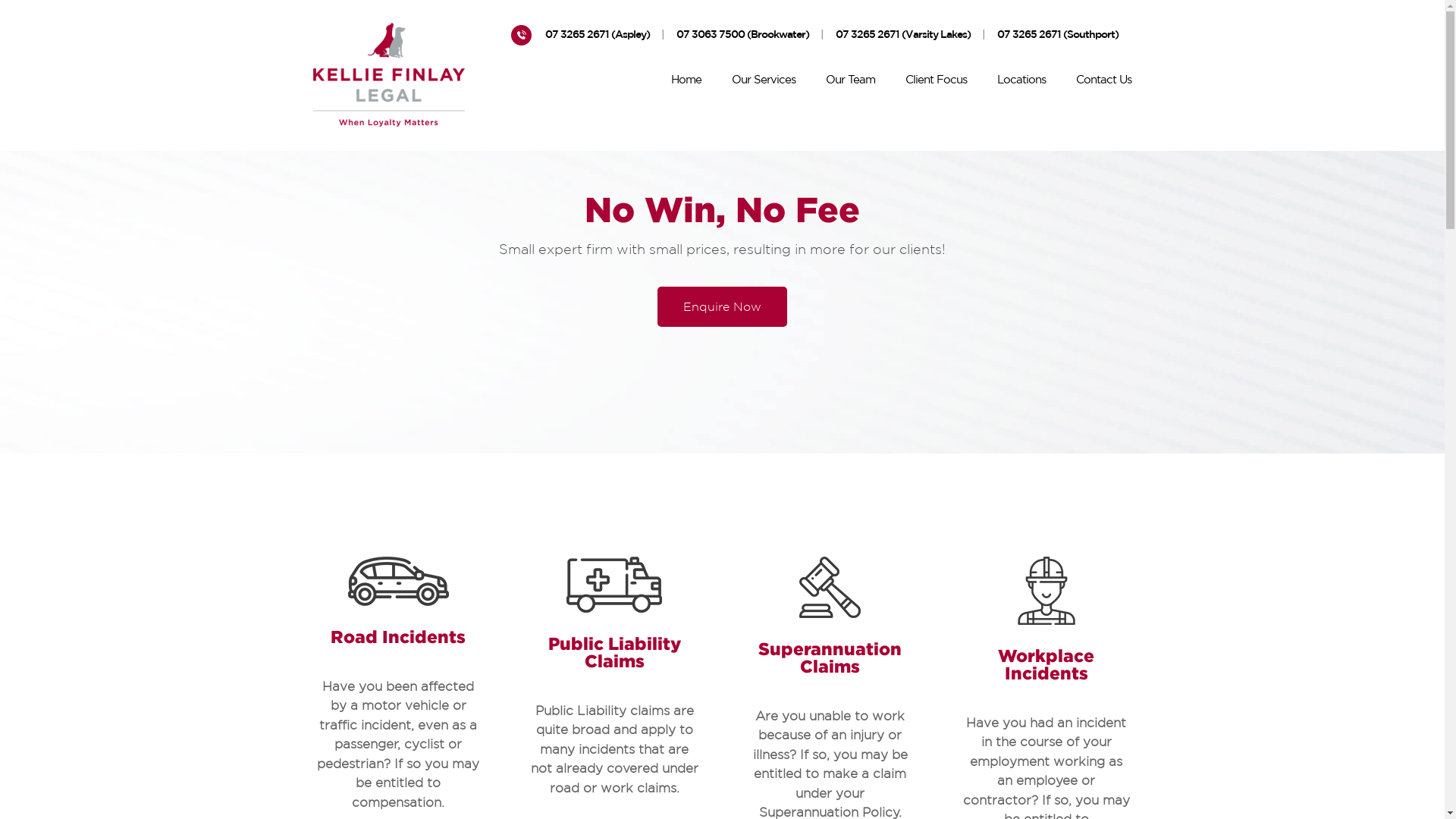 This screenshot has height=819, width=1456. I want to click on '07 3265 2671 (Aspley)', so click(596, 36).